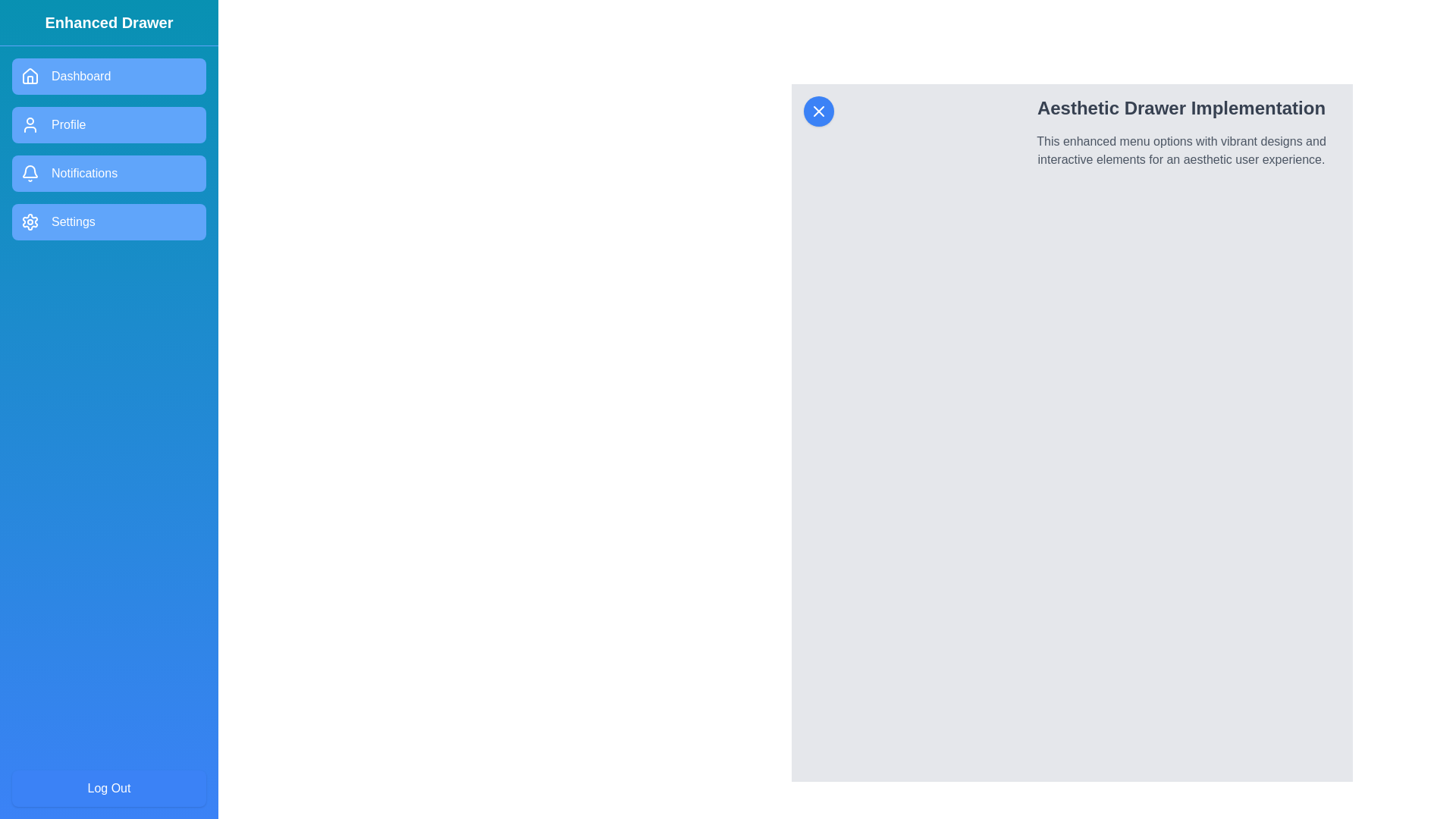 The width and height of the screenshot is (1456, 819). Describe the element at coordinates (108, 222) in the screenshot. I see `the bottommost navigation button in the sidebar` at that location.